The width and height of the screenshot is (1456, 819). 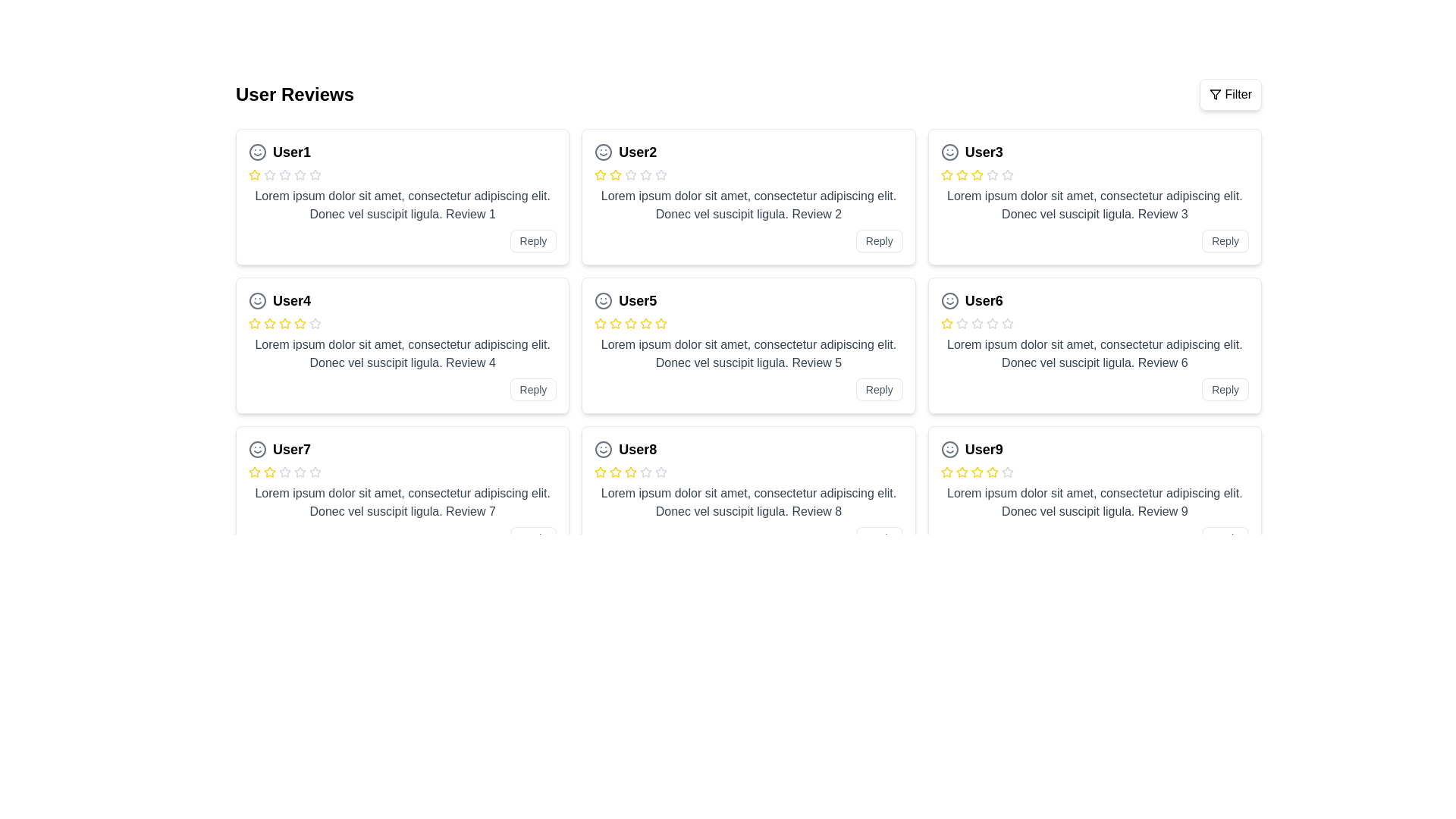 I want to click on the stars in the user review card containing the username 'User4' and a 4-star rating, so click(x=403, y=345).